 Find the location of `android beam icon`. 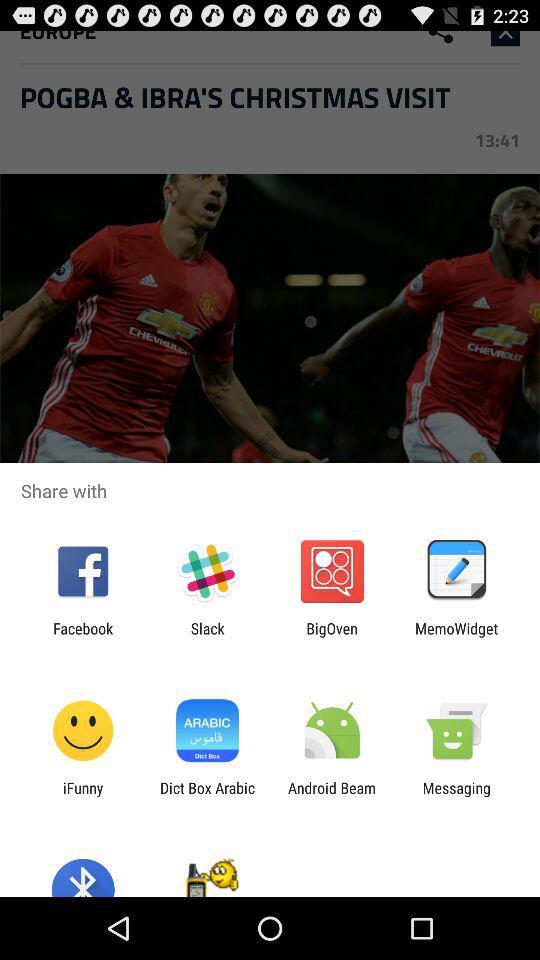

android beam icon is located at coordinates (332, 796).